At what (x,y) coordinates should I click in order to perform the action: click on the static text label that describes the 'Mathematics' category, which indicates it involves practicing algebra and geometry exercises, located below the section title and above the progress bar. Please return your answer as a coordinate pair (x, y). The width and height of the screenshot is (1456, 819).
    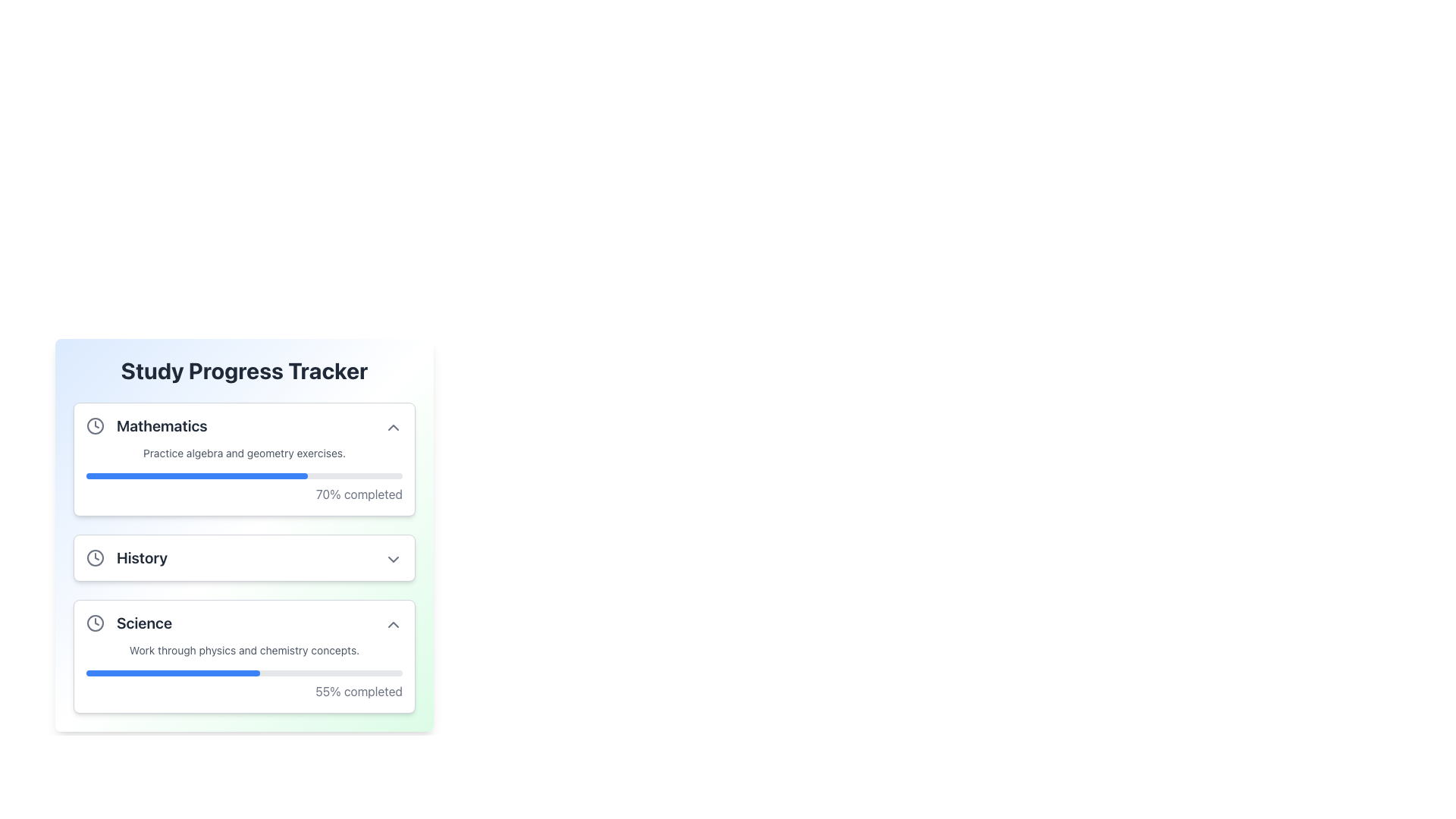
    Looking at the image, I should click on (244, 452).